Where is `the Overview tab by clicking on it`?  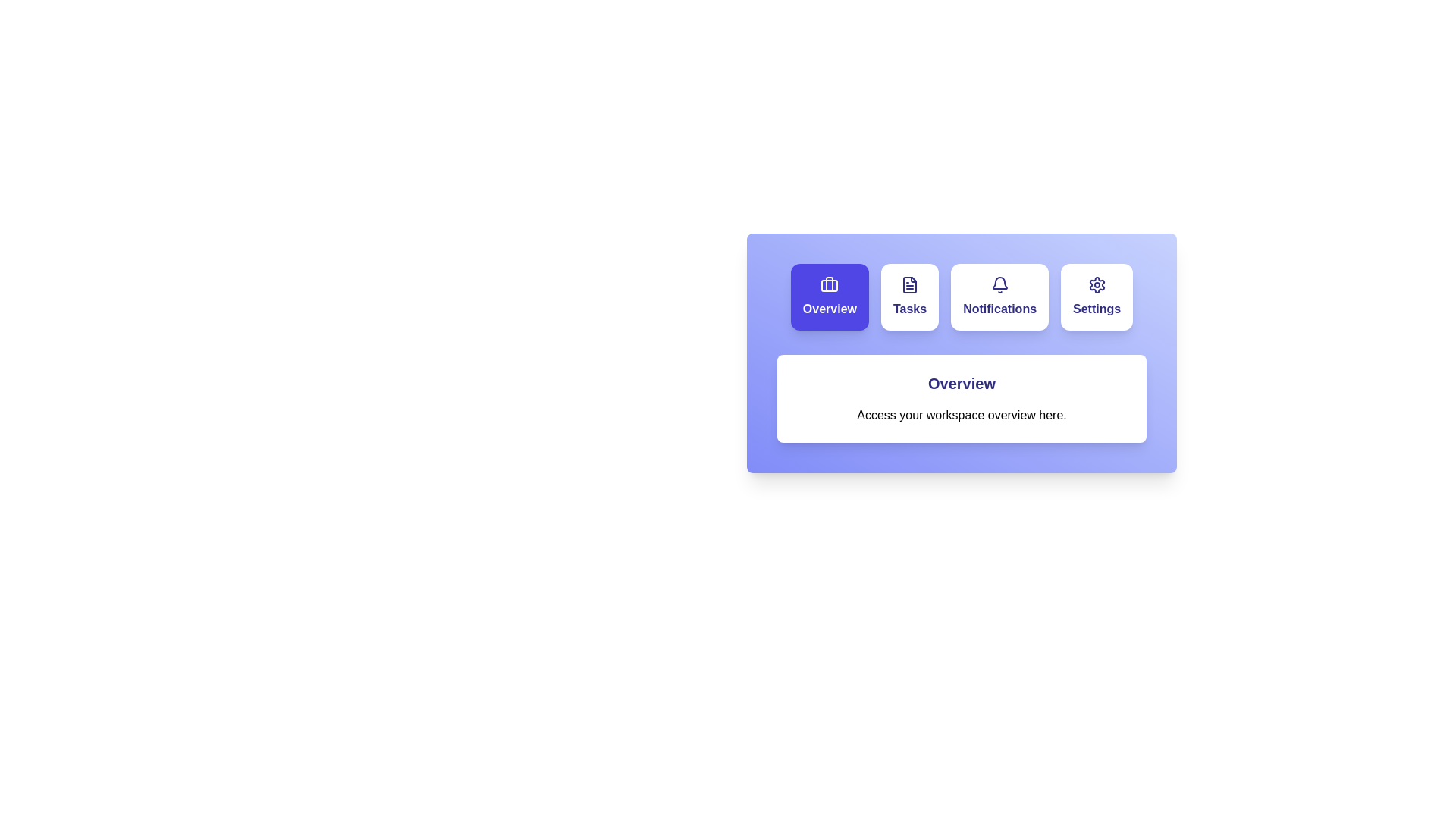
the Overview tab by clicking on it is located at coordinates (829, 297).